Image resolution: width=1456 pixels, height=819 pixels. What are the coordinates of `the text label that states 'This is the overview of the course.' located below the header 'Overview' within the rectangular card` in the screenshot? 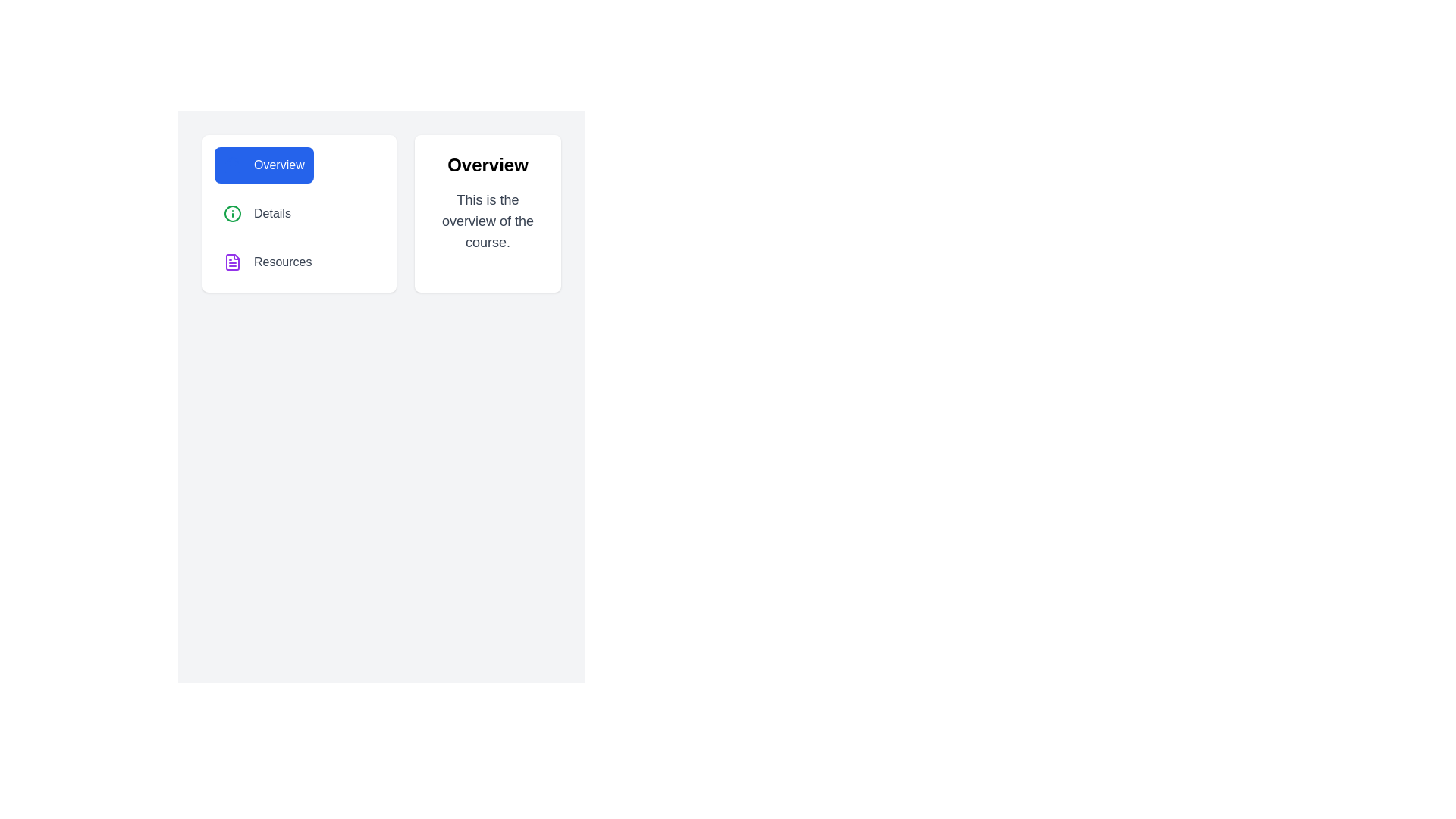 It's located at (488, 221).